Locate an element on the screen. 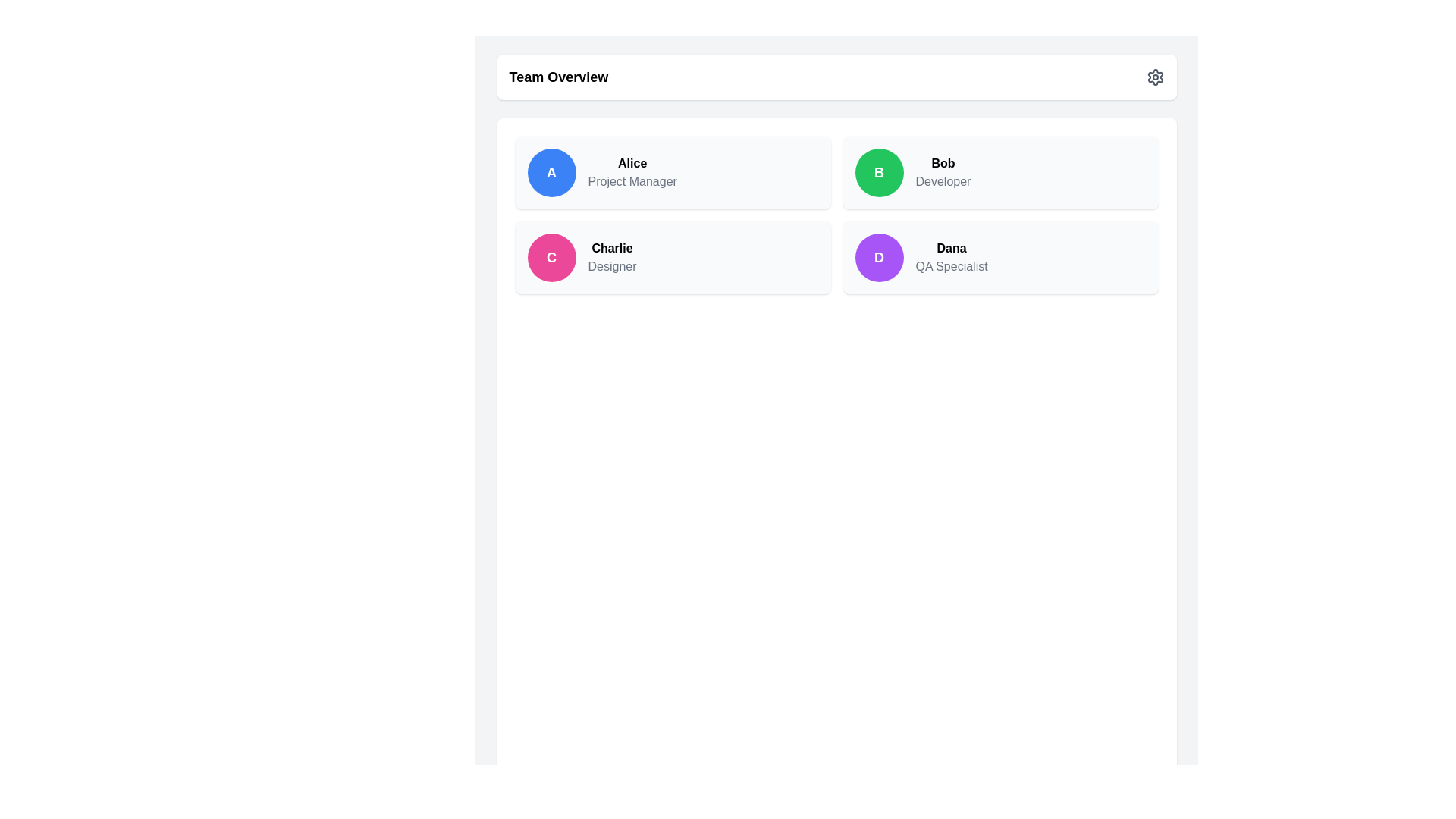  the Information card displaying details for team member Alice, which includes her name, role, and avatar, located in the top-left corner of the grid layout is located at coordinates (672, 171).